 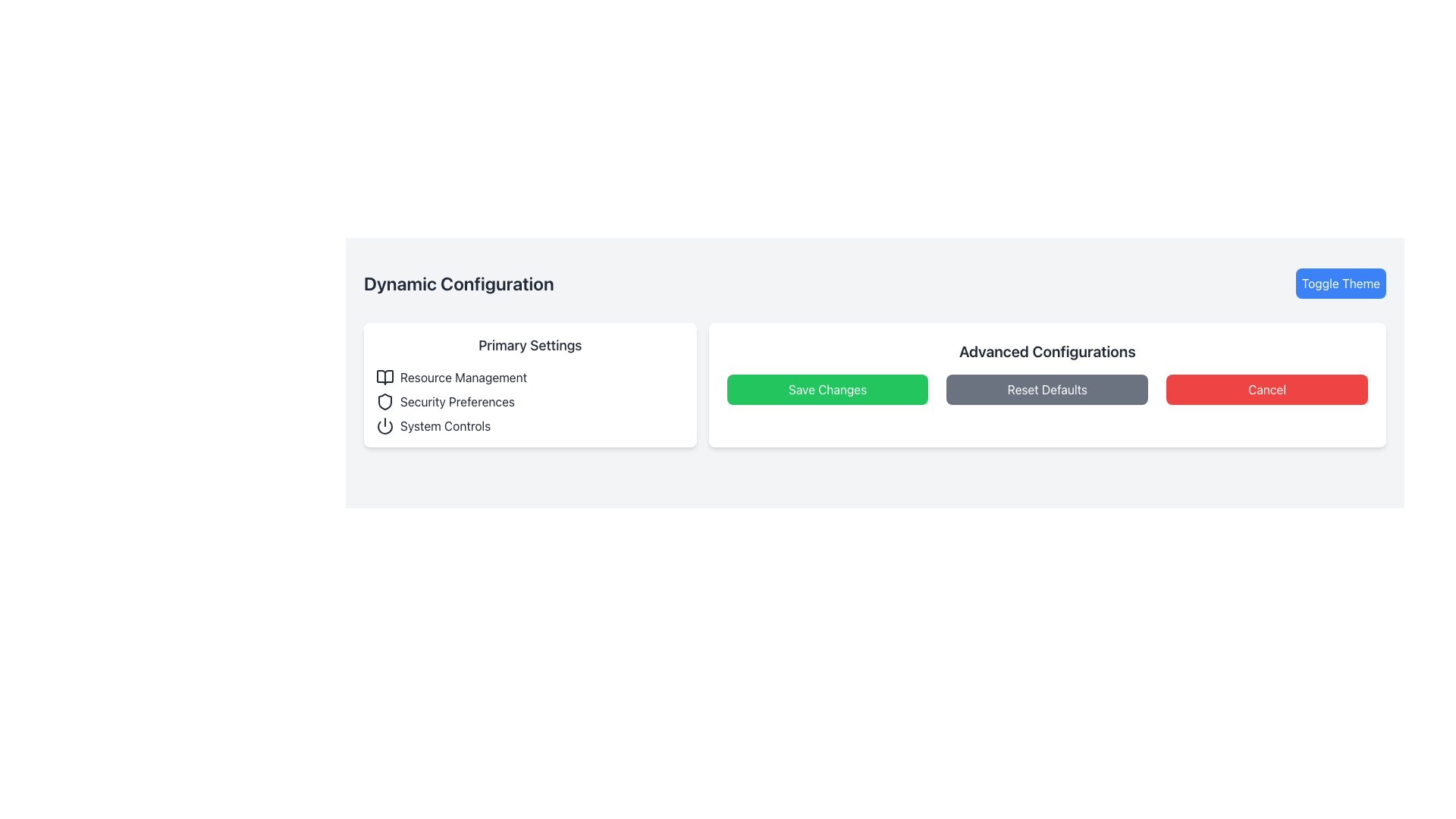 I want to click on the 'Reset Defaults' button, which is a rectangular button with a gray background and white text, located in the central section of the 'Advanced Configurations' area, so click(x=1046, y=388).